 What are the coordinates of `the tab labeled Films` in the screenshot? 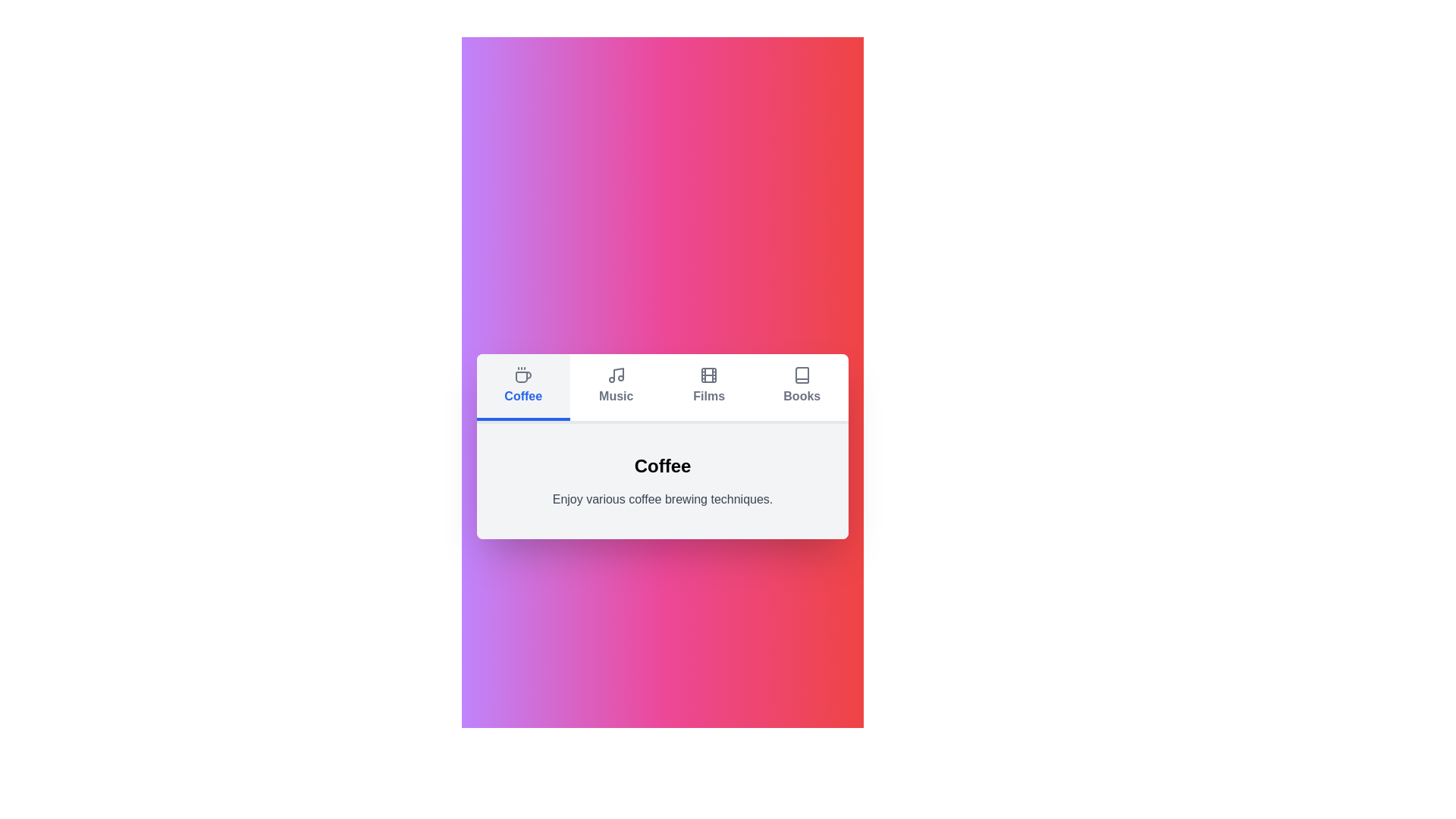 It's located at (708, 386).